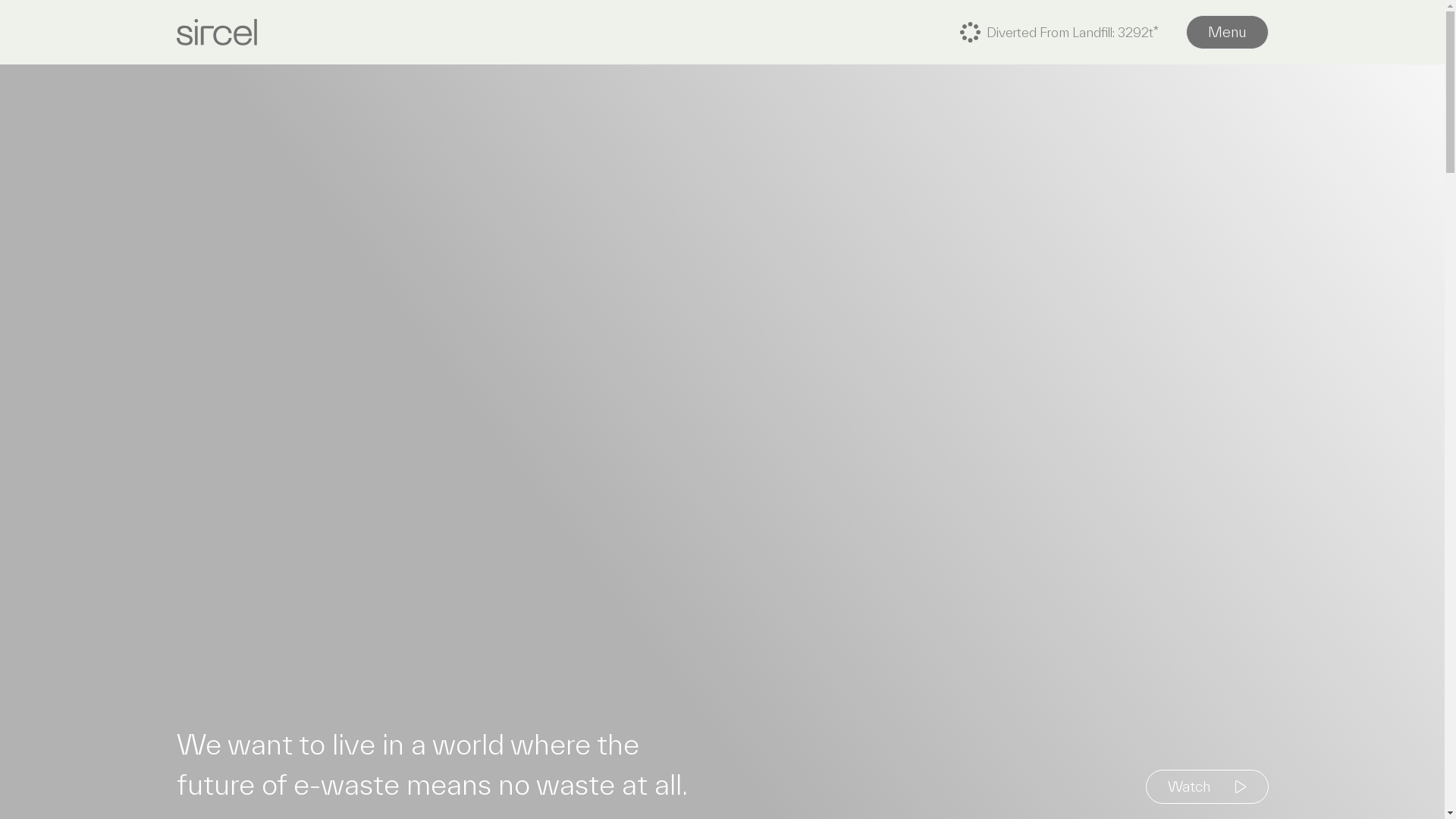 Image resolution: width=1456 pixels, height=819 pixels. What do you see at coordinates (1227, 32) in the screenshot?
I see `'Menu'` at bounding box center [1227, 32].